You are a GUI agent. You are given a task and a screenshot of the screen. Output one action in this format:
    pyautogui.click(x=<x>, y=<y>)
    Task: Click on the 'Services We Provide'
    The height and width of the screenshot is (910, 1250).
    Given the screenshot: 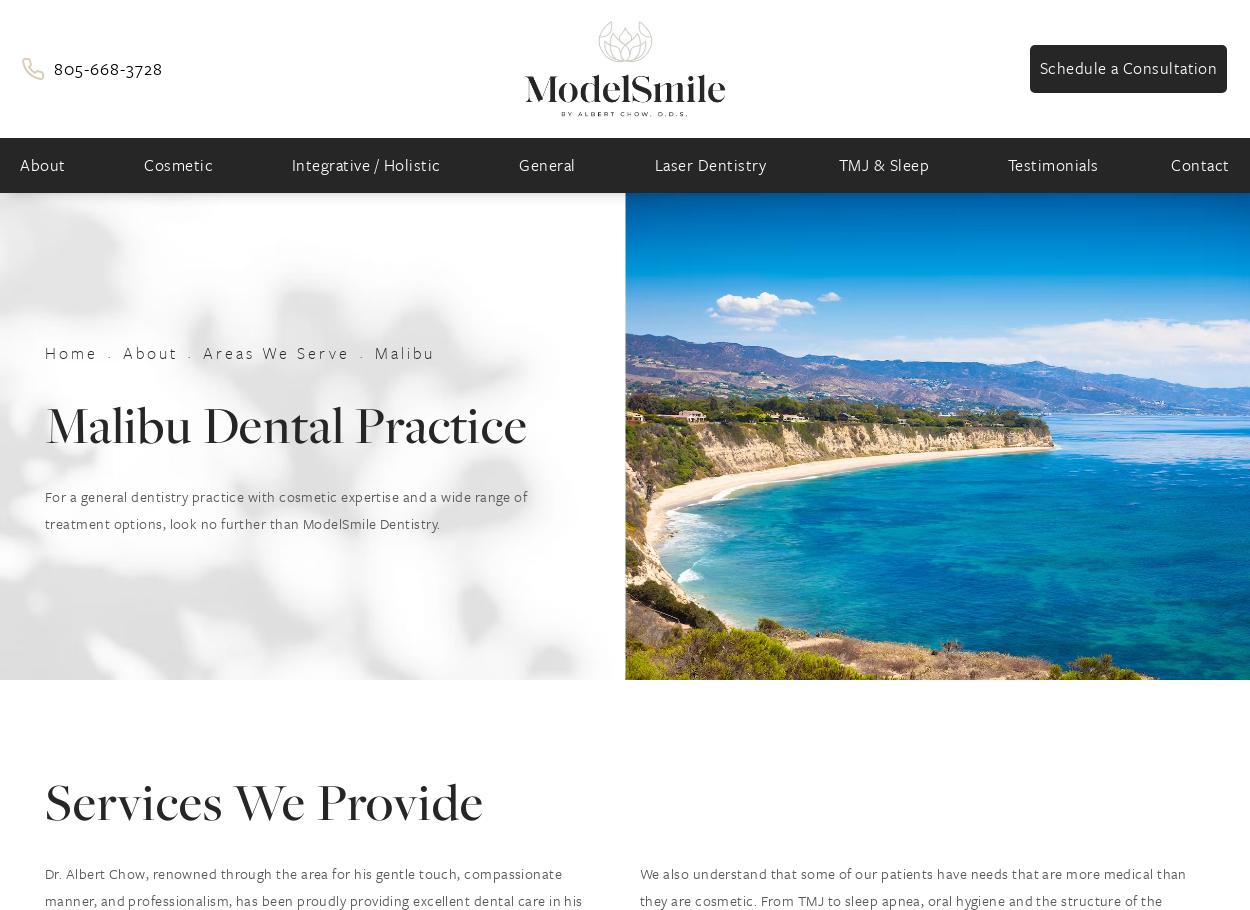 What is the action you would take?
    pyautogui.click(x=45, y=800)
    